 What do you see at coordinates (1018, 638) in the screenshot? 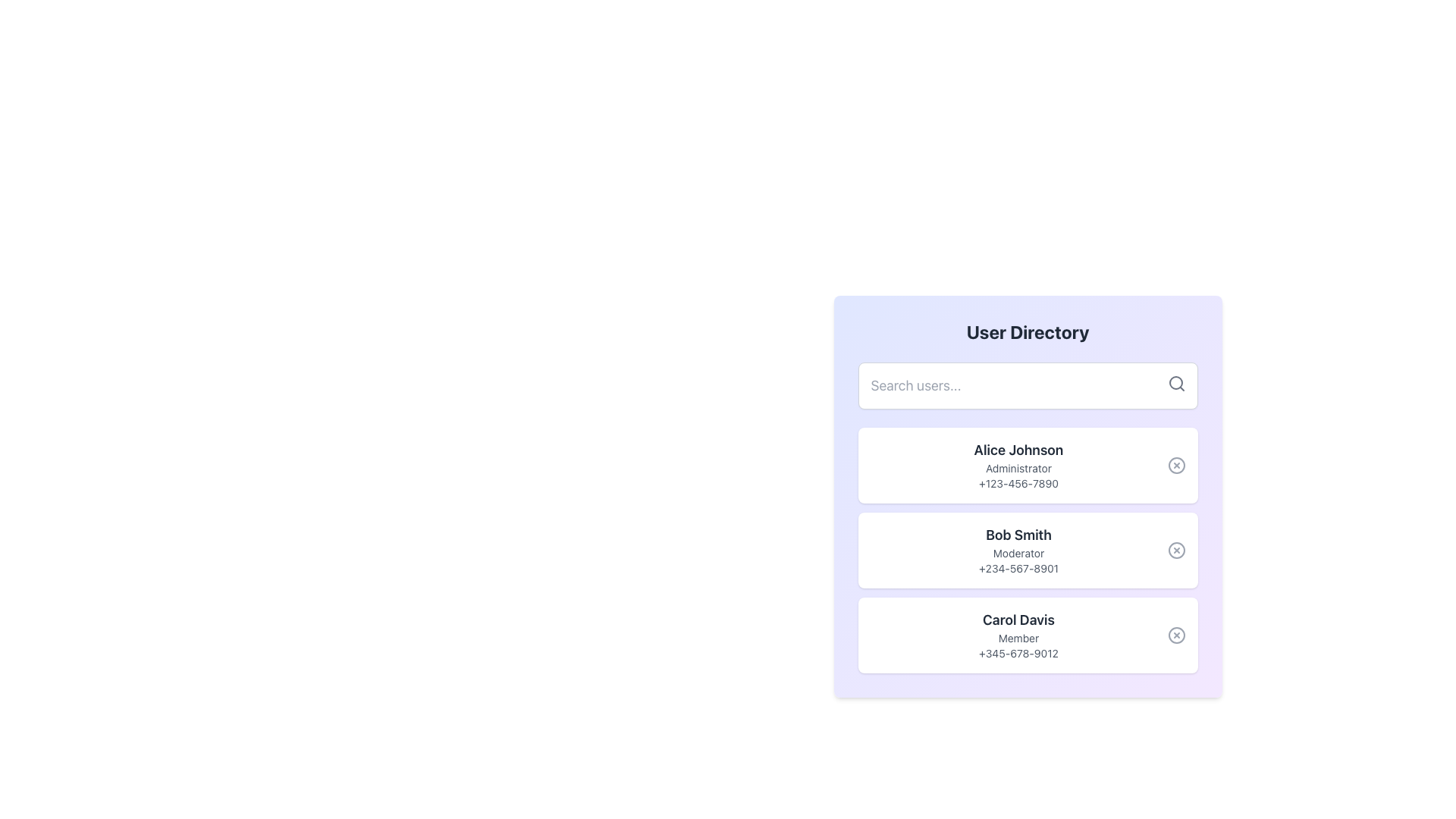
I see `the static text label displaying 'Member', which is part of the user entry for 'Carol Davis' in the information card` at bounding box center [1018, 638].